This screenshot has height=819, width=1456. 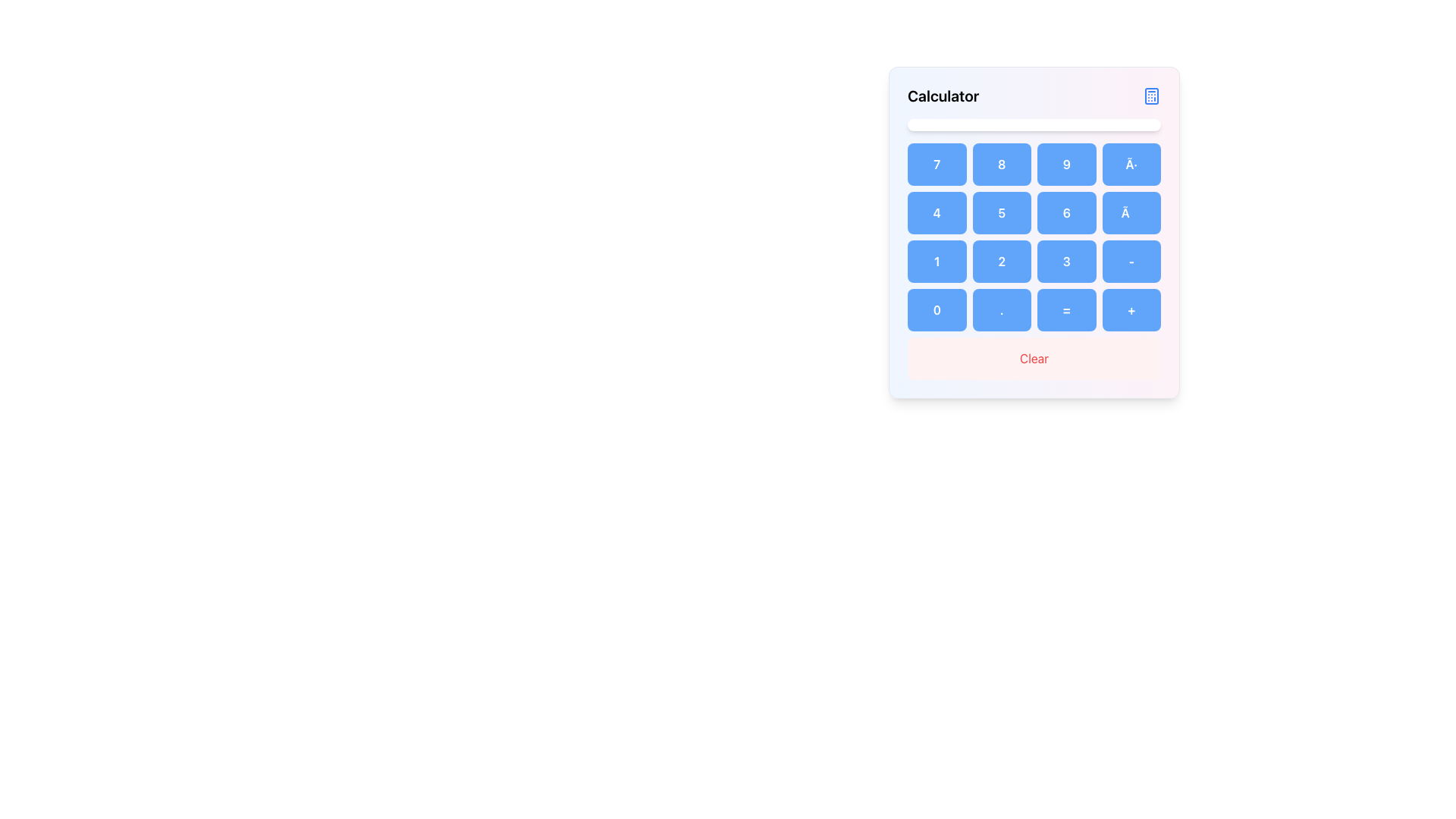 I want to click on the equals button located in the last row and third column of the calculator keypad to compute the expression, so click(x=1065, y=309).